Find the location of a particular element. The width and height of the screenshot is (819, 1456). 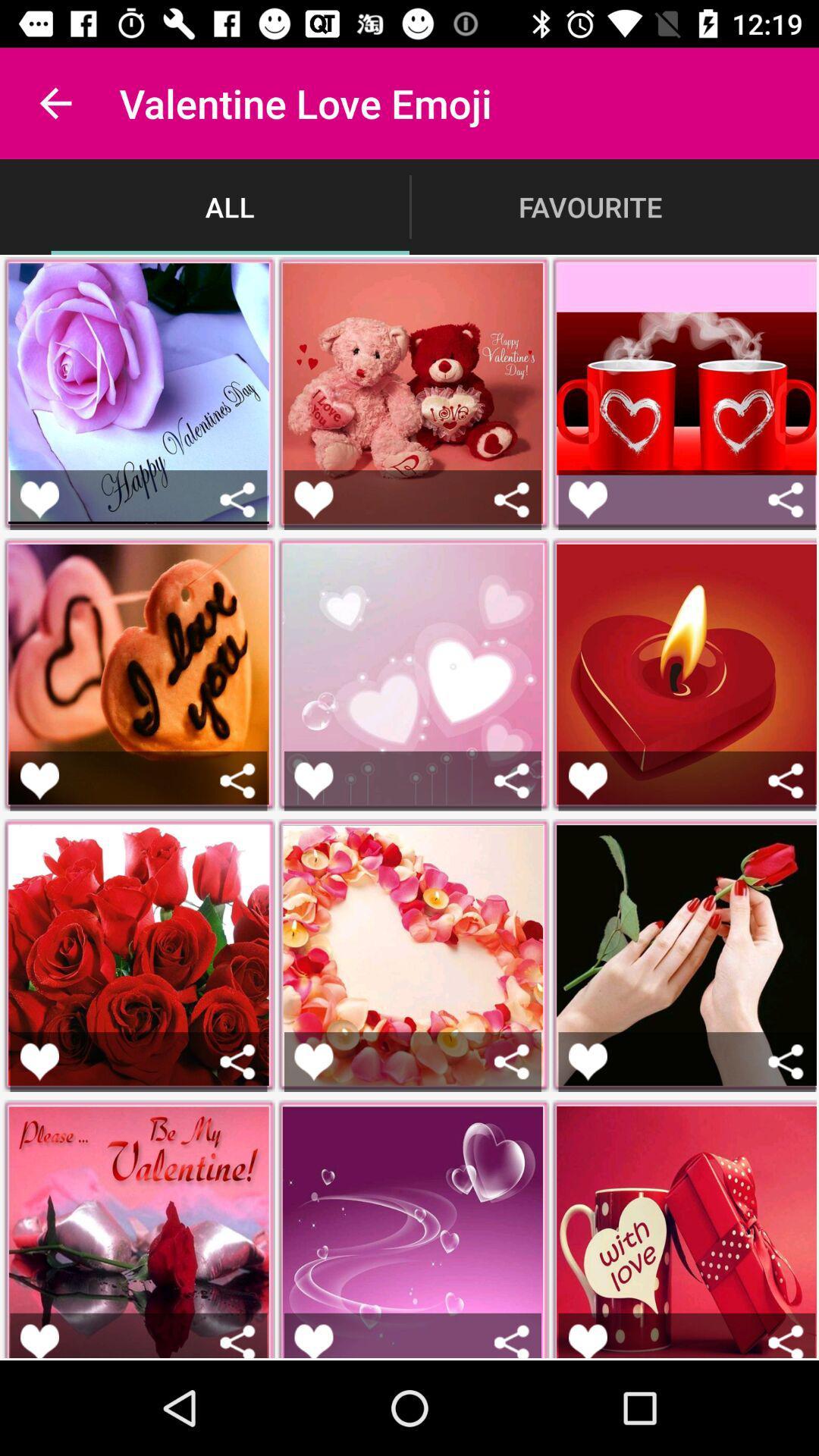

share the emoji or sticker is located at coordinates (237, 780).